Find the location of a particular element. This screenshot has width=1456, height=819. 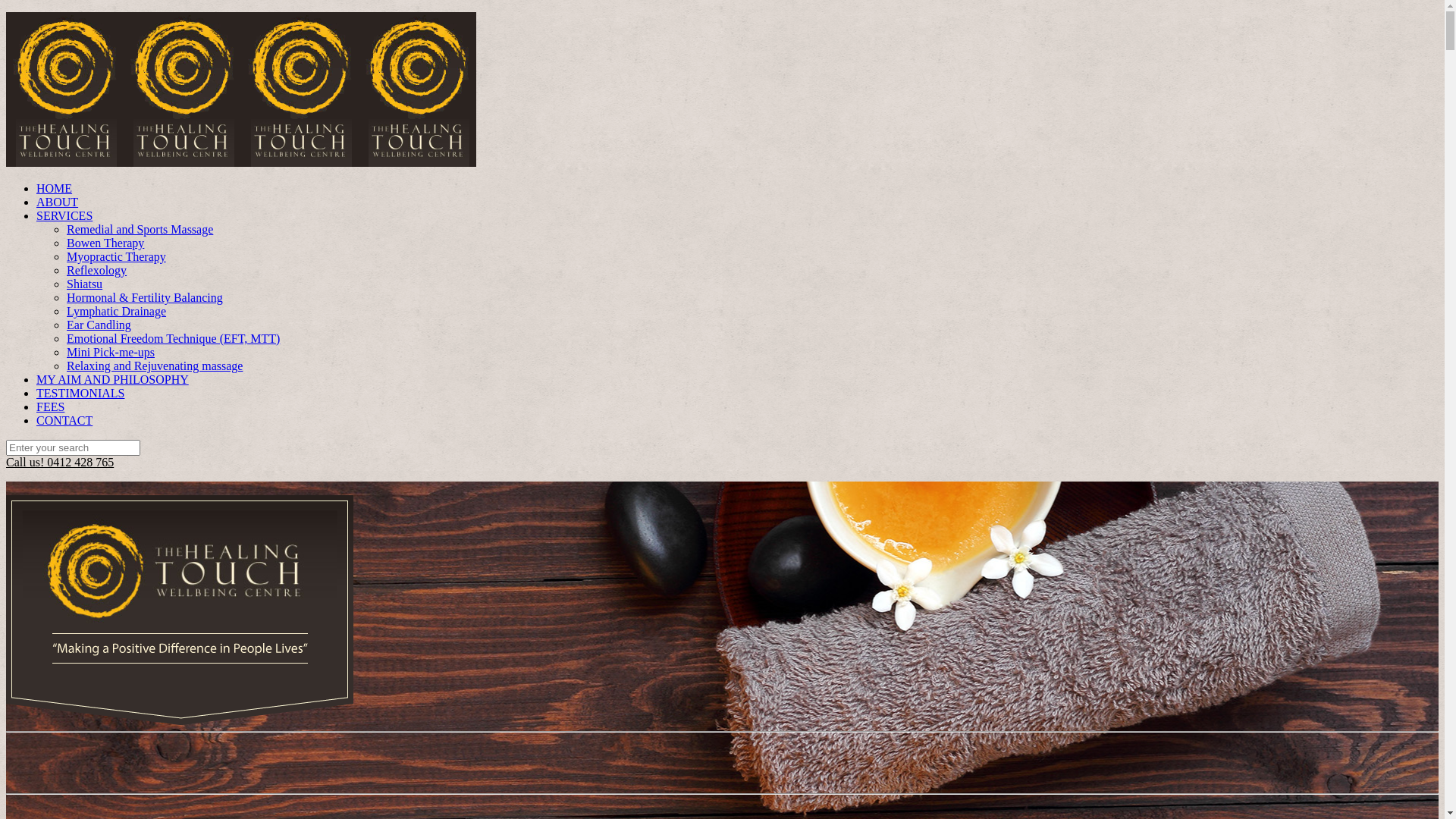

'Lymphatic Drainage' is located at coordinates (115, 310).